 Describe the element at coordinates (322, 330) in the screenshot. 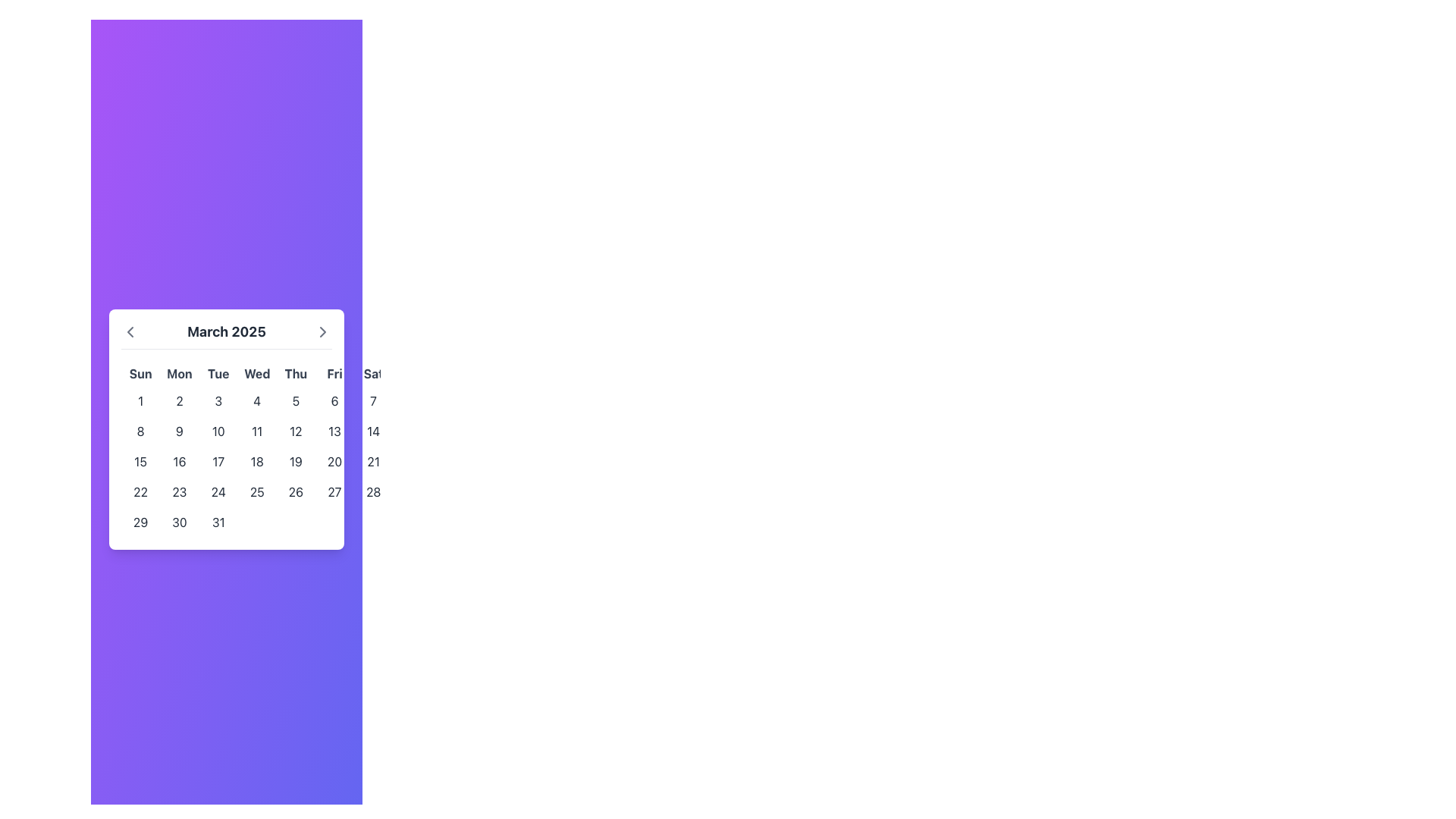

I see `the chevron icon located at the top-right corner of the calendar header bar near the 'March 2025' title to receive feedback` at that location.